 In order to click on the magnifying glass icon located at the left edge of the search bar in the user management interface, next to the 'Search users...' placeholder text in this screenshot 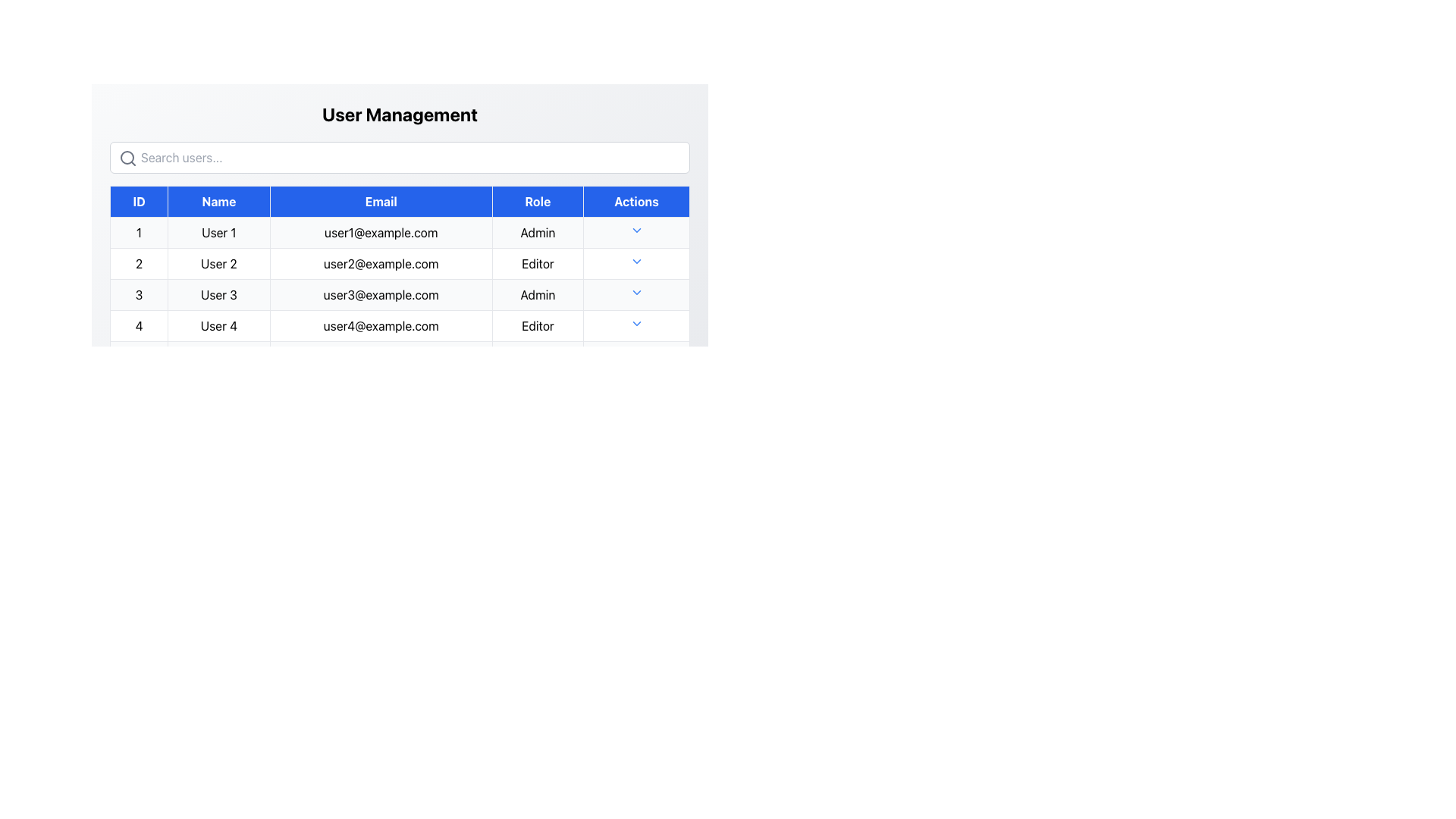, I will do `click(127, 158)`.